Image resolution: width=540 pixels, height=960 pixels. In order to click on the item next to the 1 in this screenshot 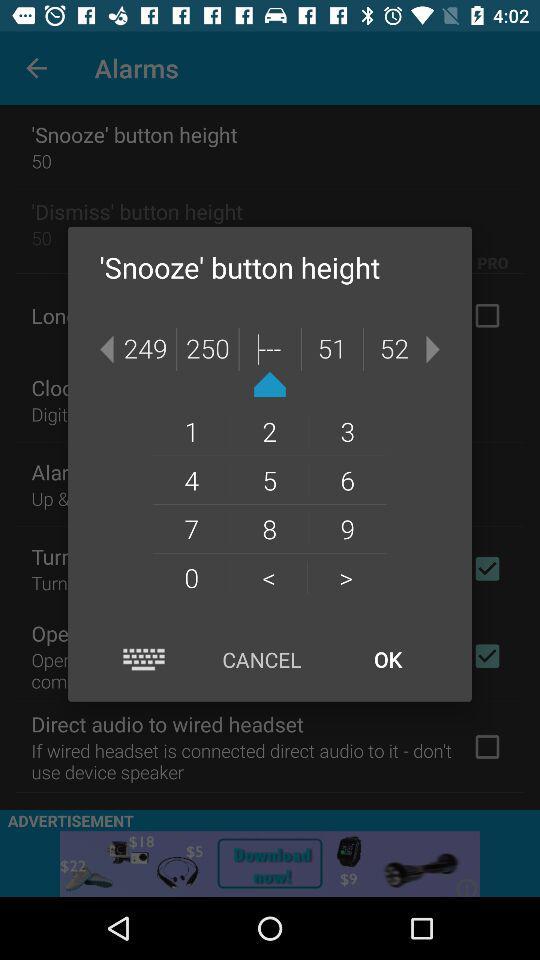, I will do `click(269, 480)`.